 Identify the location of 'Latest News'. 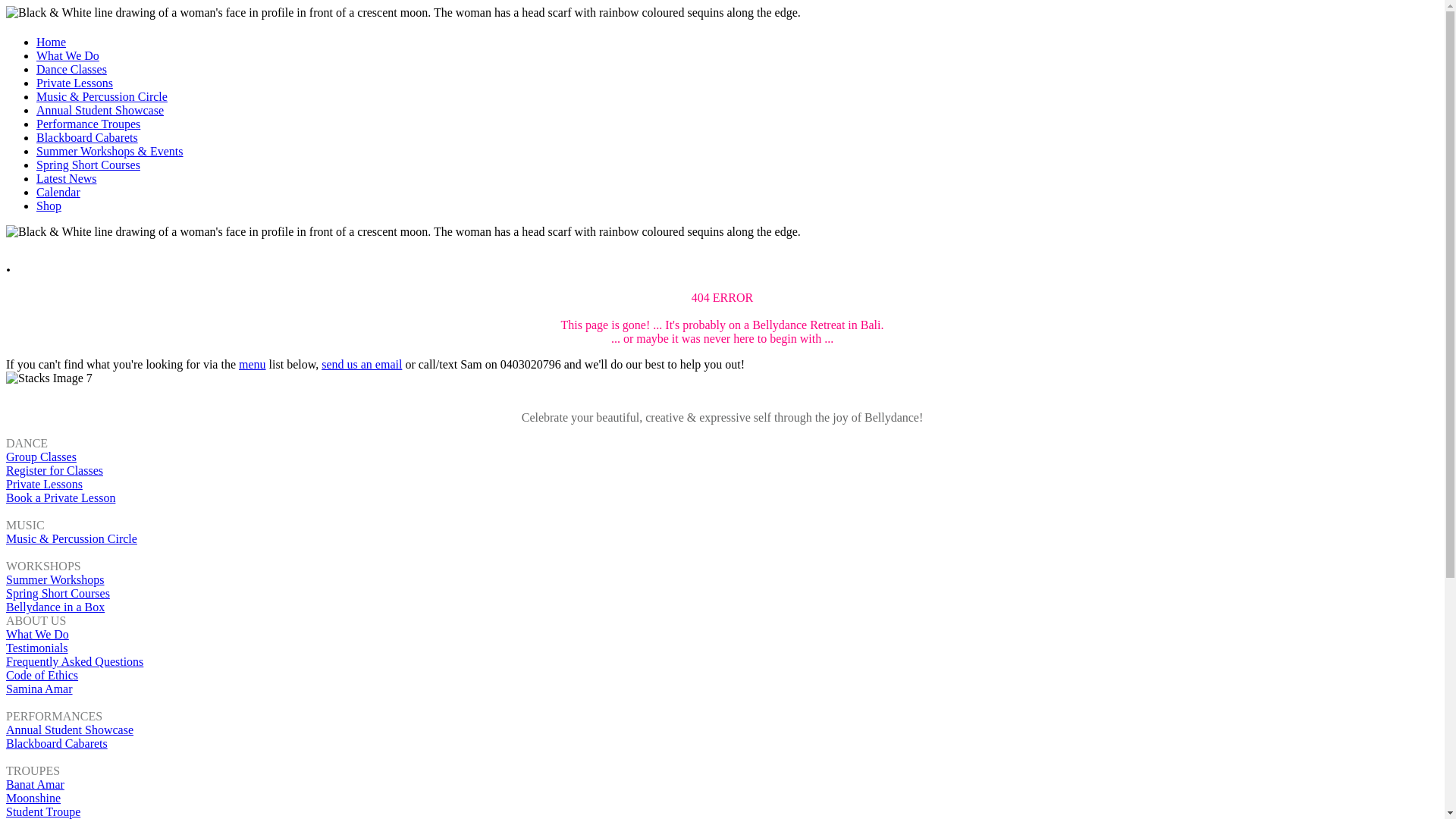
(65, 177).